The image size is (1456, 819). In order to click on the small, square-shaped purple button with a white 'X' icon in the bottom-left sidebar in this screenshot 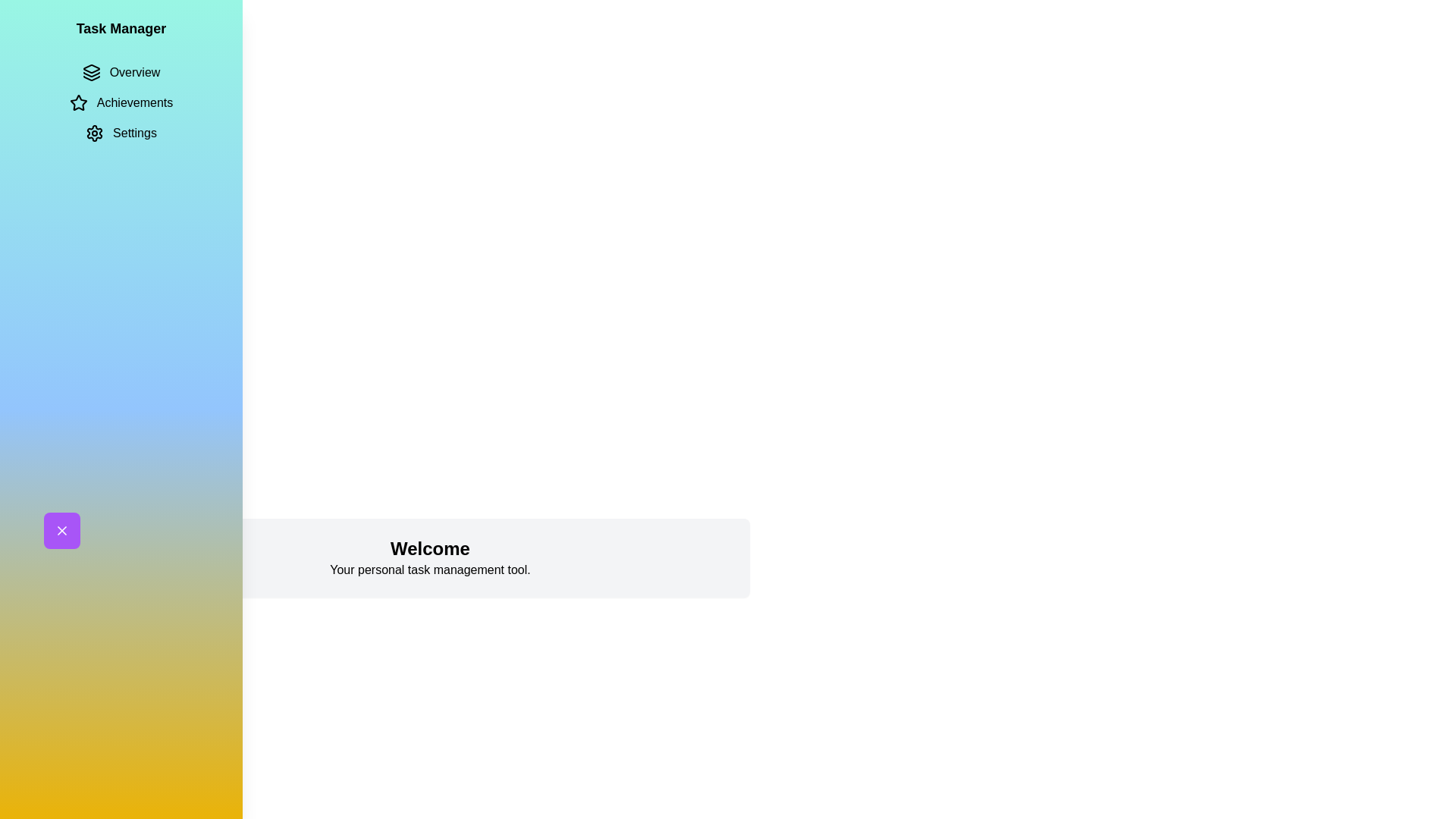, I will do `click(61, 529)`.